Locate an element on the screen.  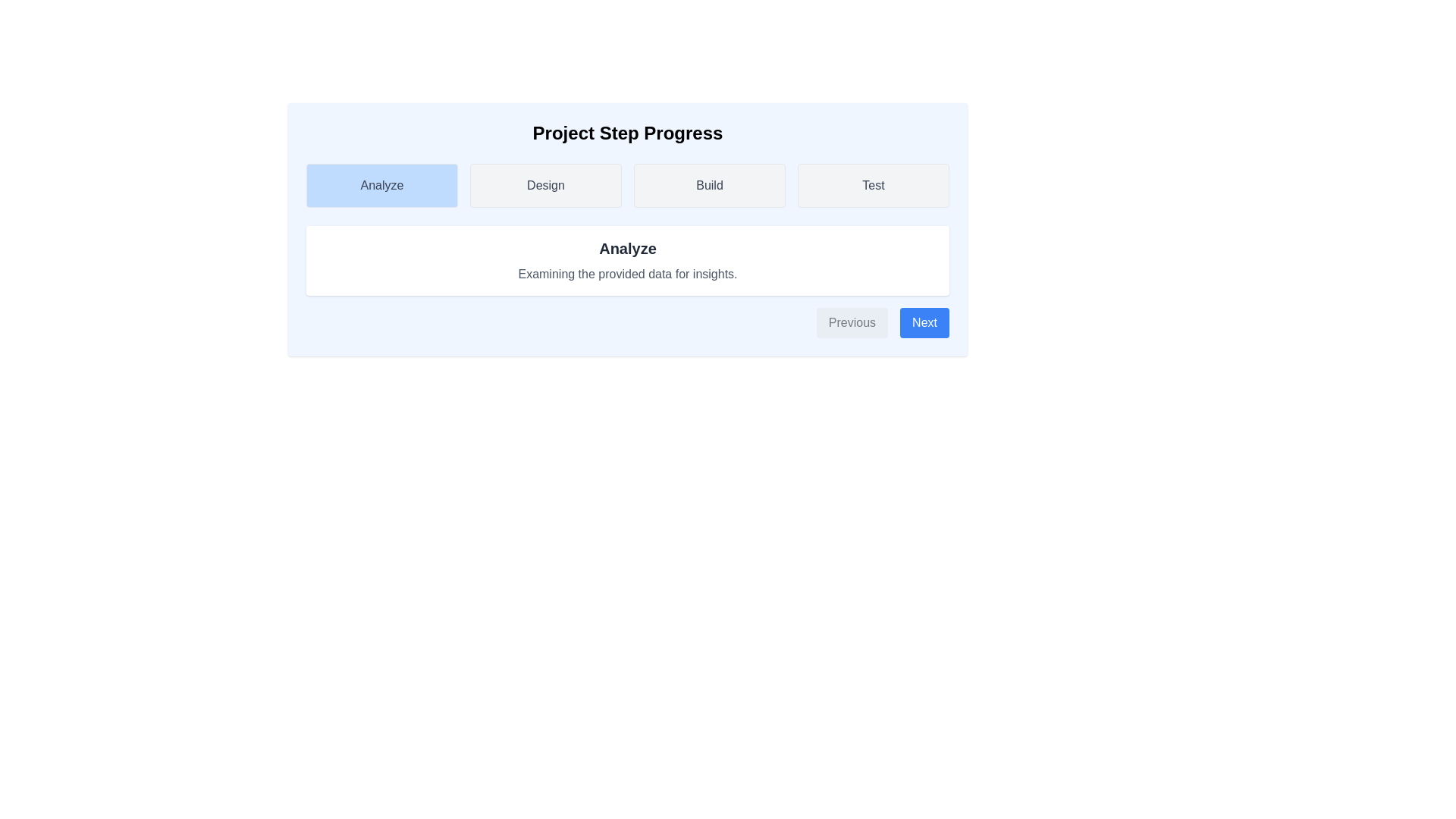
the fourth button in the horizontal grid layout, associated with the 'Test' phase, to observe any hover effects is located at coordinates (874, 185).